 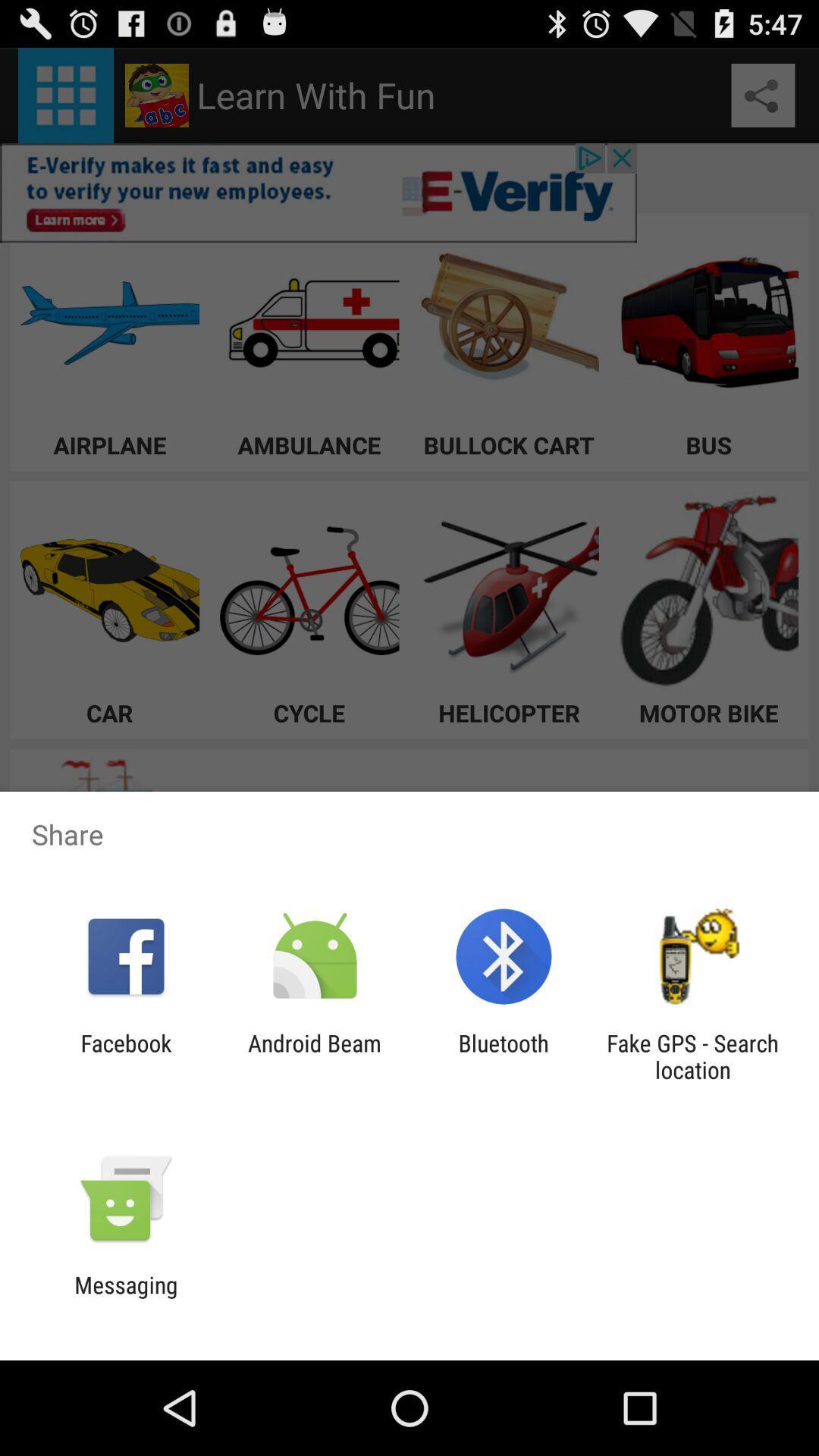 What do you see at coordinates (314, 1056) in the screenshot?
I see `item next to facebook` at bounding box center [314, 1056].